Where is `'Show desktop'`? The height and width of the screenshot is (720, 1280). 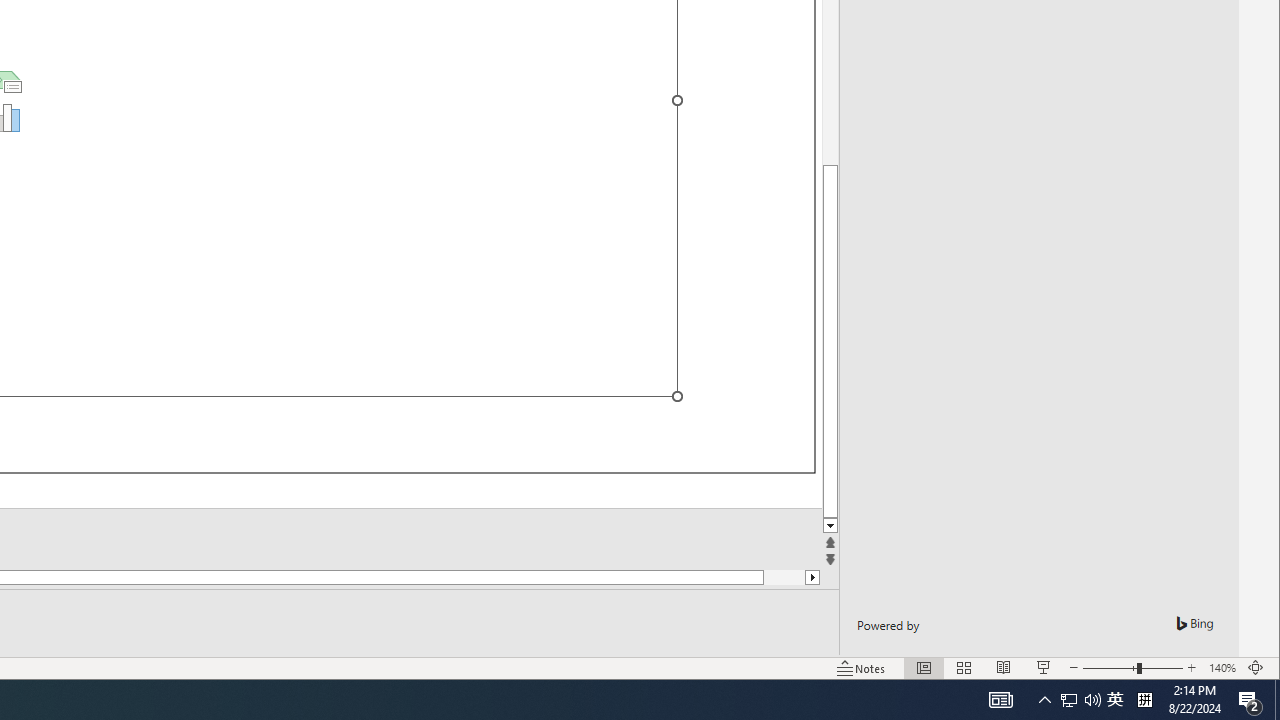
'Show desktop' is located at coordinates (1276, 698).